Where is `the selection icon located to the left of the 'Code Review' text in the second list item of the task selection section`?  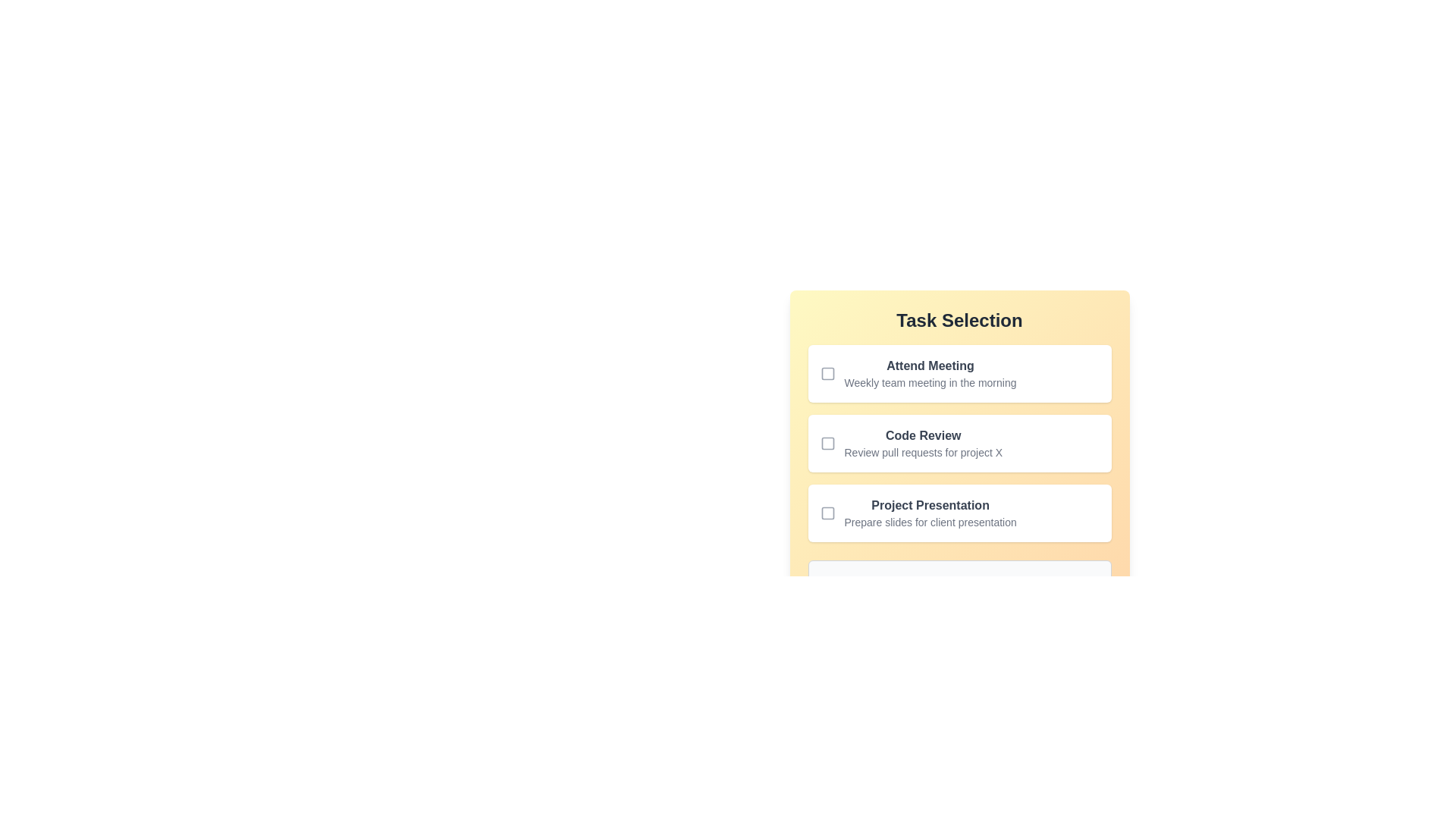
the selection icon located to the left of the 'Code Review' text in the second list item of the task selection section is located at coordinates (827, 444).